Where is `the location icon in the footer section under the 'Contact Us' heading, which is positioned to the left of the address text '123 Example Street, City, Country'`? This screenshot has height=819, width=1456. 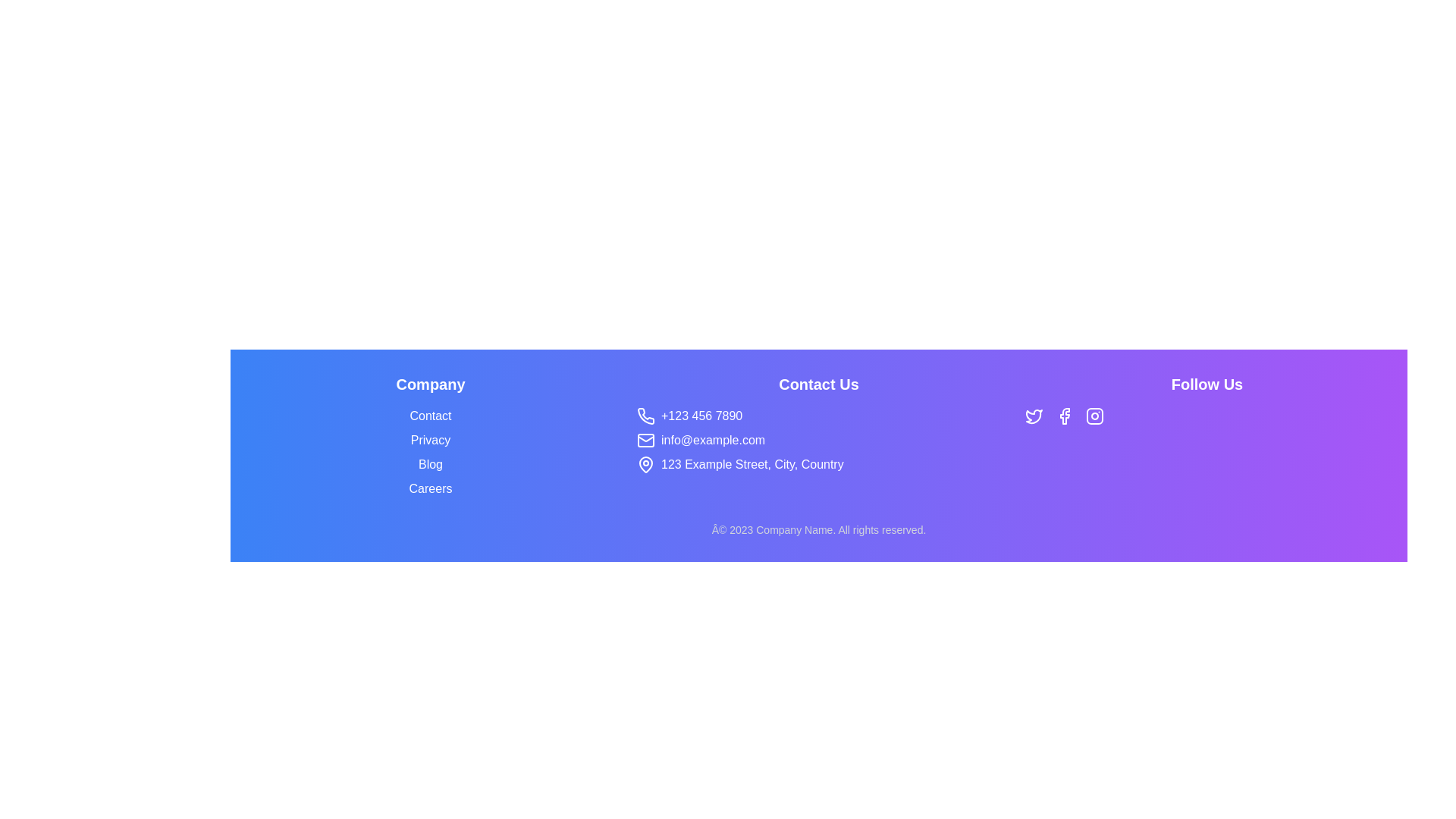
the location icon in the footer section under the 'Contact Us' heading, which is positioned to the left of the address text '123 Example Street, City, Country' is located at coordinates (645, 463).